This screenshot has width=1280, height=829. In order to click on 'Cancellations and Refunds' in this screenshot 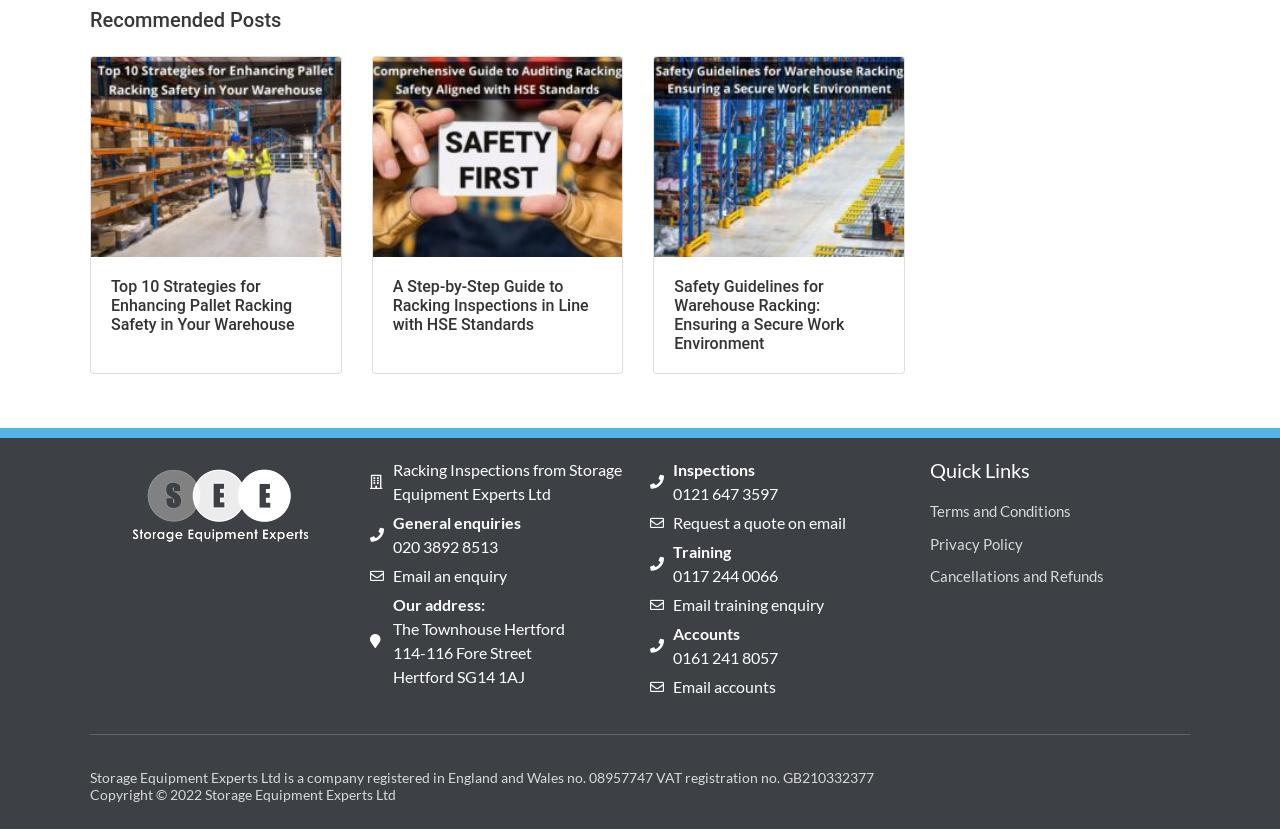, I will do `click(929, 574)`.